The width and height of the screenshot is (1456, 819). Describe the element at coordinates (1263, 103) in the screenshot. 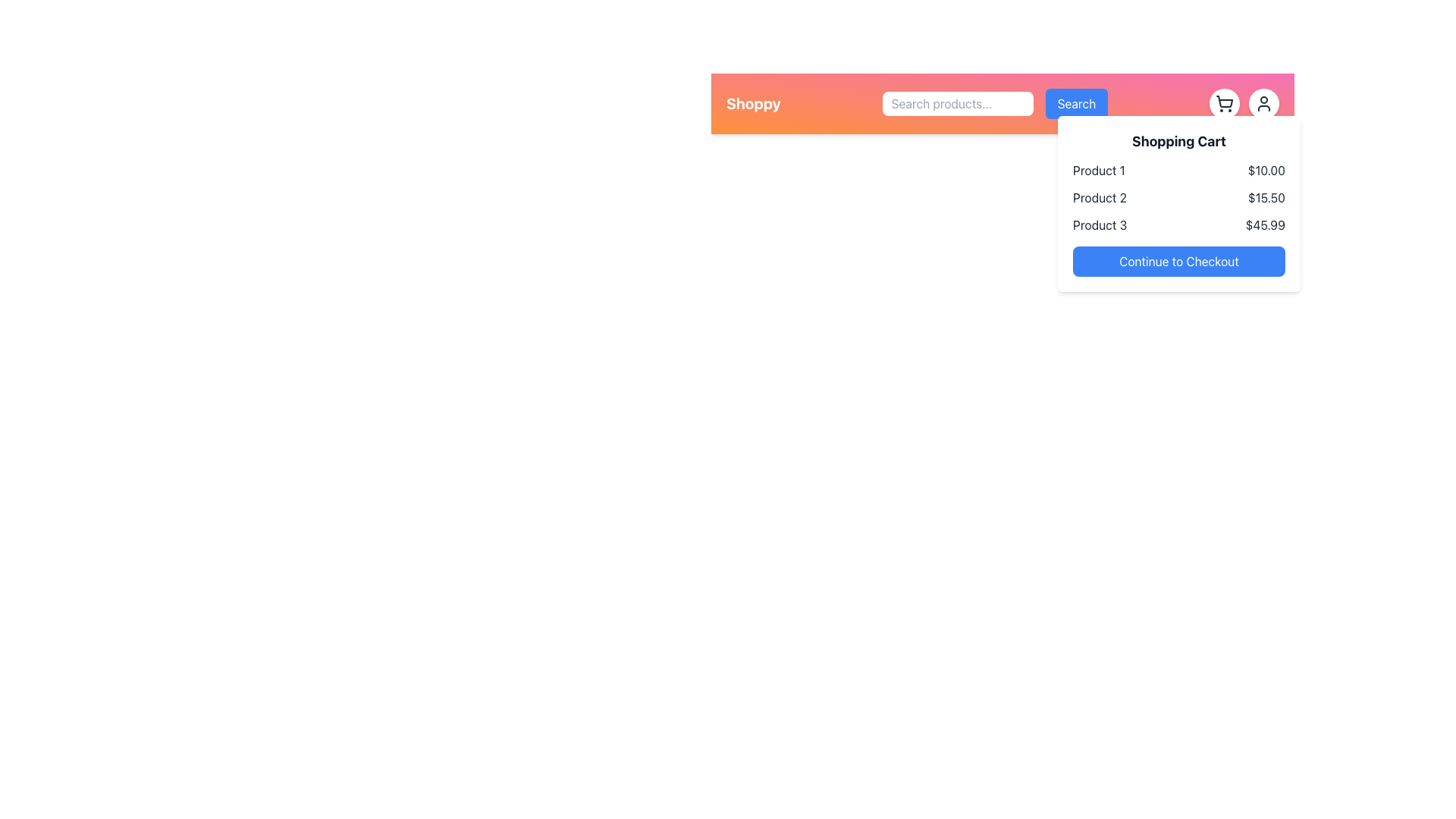

I see `the circular button with a white background and a black user silhouette icon located at the top-right corner of the application` at that location.